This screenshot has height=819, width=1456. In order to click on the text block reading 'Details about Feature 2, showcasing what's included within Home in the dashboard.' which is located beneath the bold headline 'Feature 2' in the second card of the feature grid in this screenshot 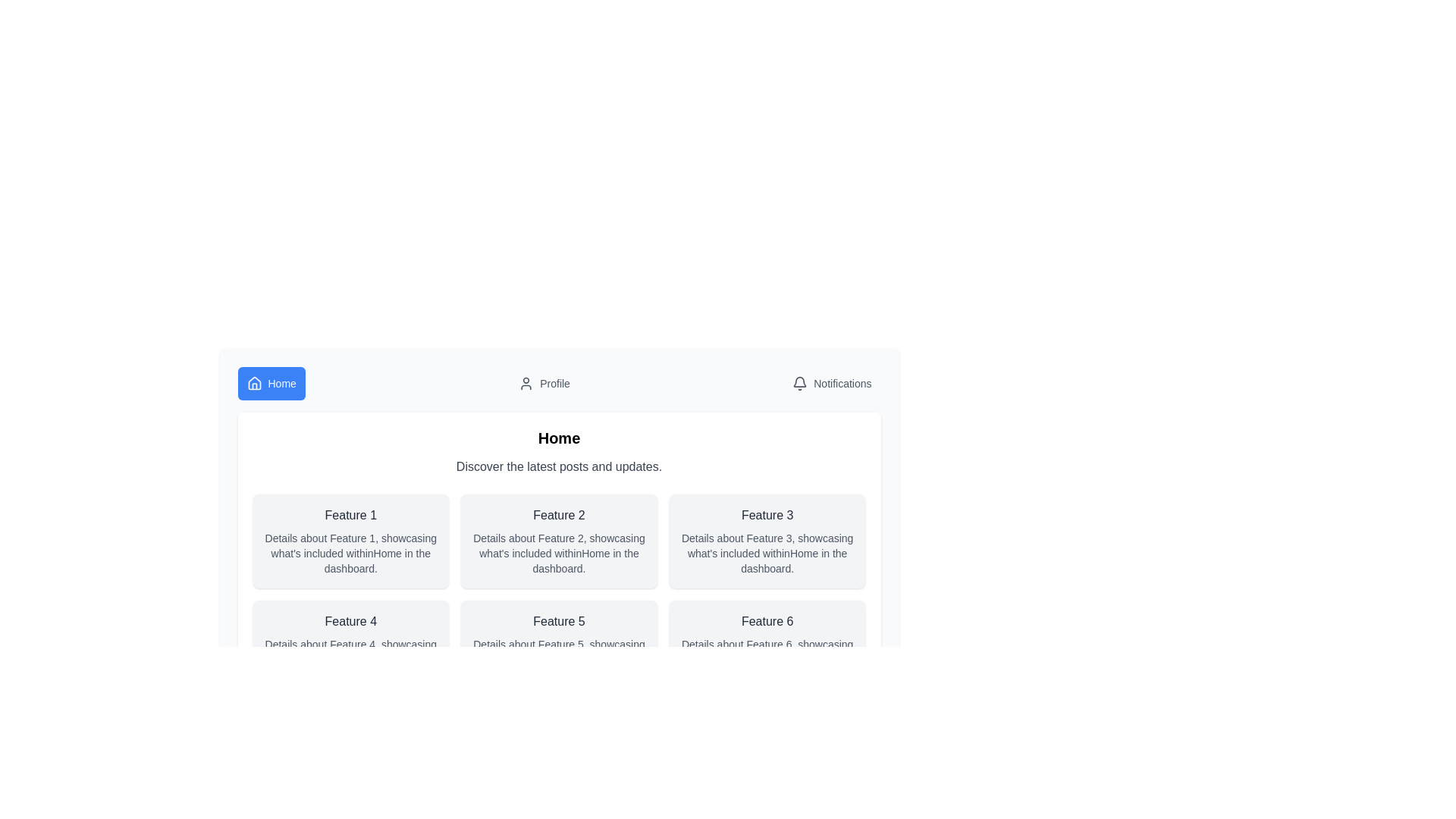, I will do `click(558, 553)`.